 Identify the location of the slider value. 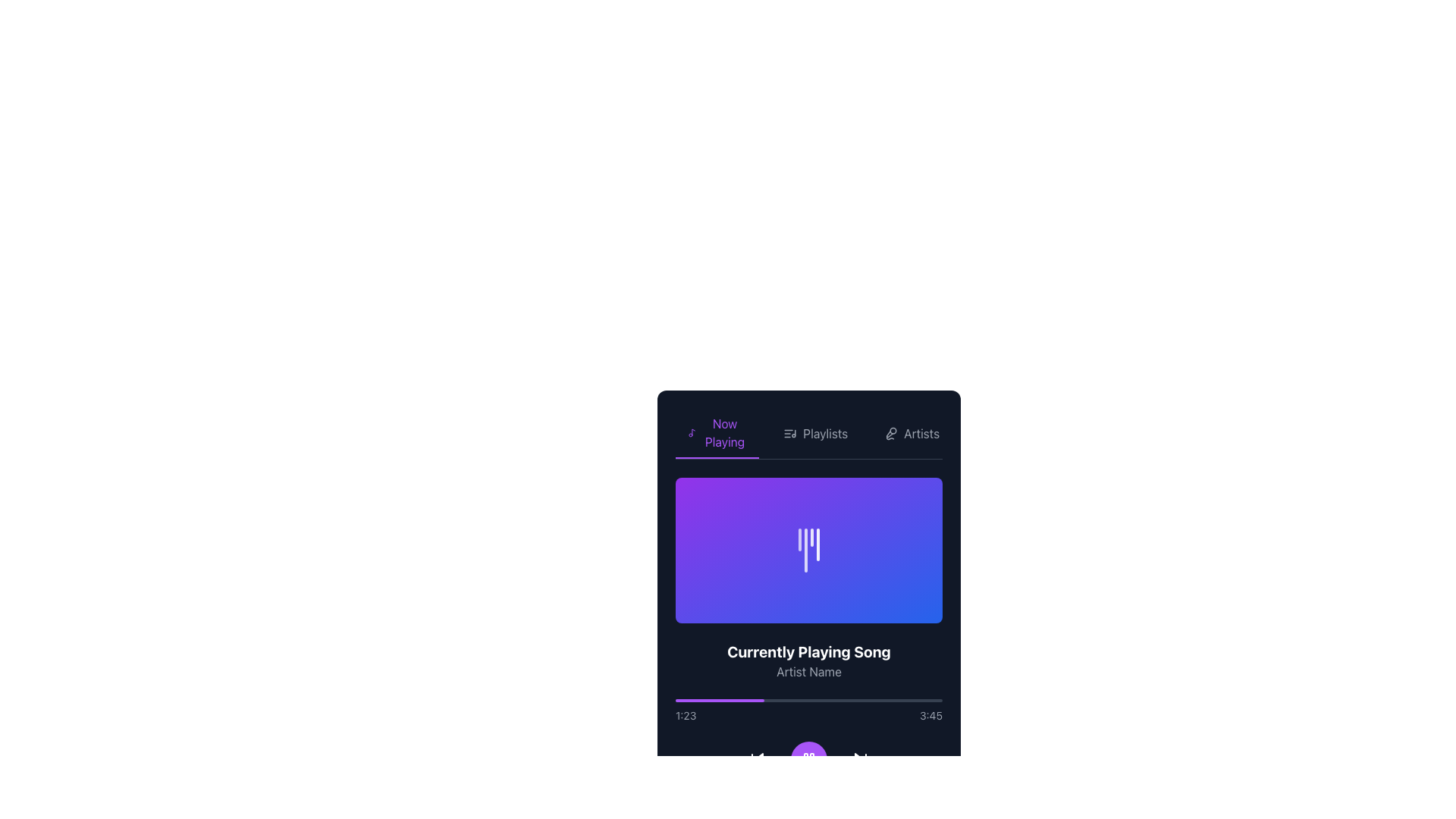
(742, 803).